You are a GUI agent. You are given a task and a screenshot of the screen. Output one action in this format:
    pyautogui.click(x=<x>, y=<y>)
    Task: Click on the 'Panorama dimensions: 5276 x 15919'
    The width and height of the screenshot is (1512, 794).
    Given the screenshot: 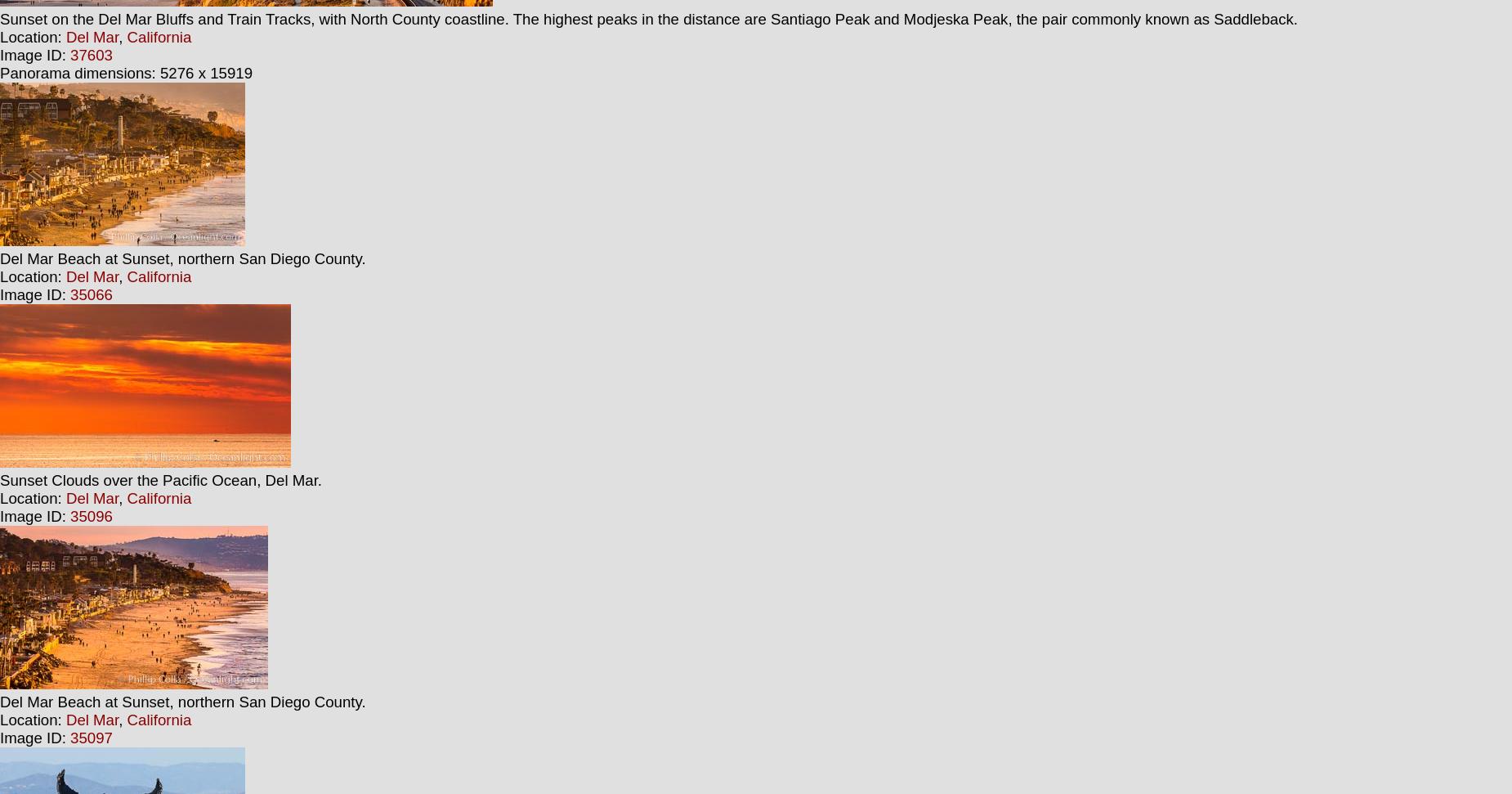 What is the action you would take?
    pyautogui.click(x=0, y=72)
    